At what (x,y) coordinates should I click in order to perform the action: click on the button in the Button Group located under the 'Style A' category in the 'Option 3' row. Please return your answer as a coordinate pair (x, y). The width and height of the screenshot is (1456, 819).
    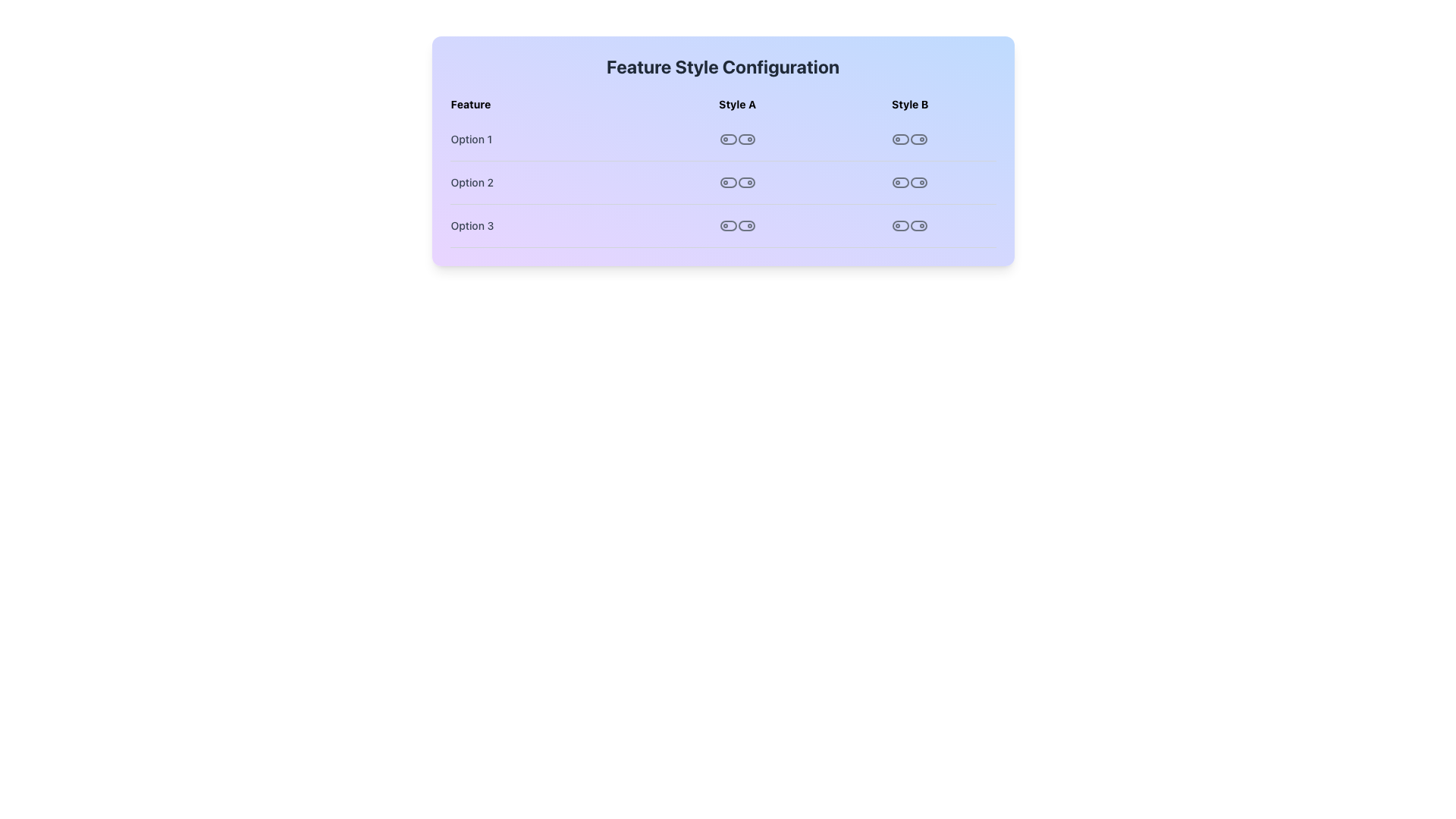
    Looking at the image, I should click on (737, 225).